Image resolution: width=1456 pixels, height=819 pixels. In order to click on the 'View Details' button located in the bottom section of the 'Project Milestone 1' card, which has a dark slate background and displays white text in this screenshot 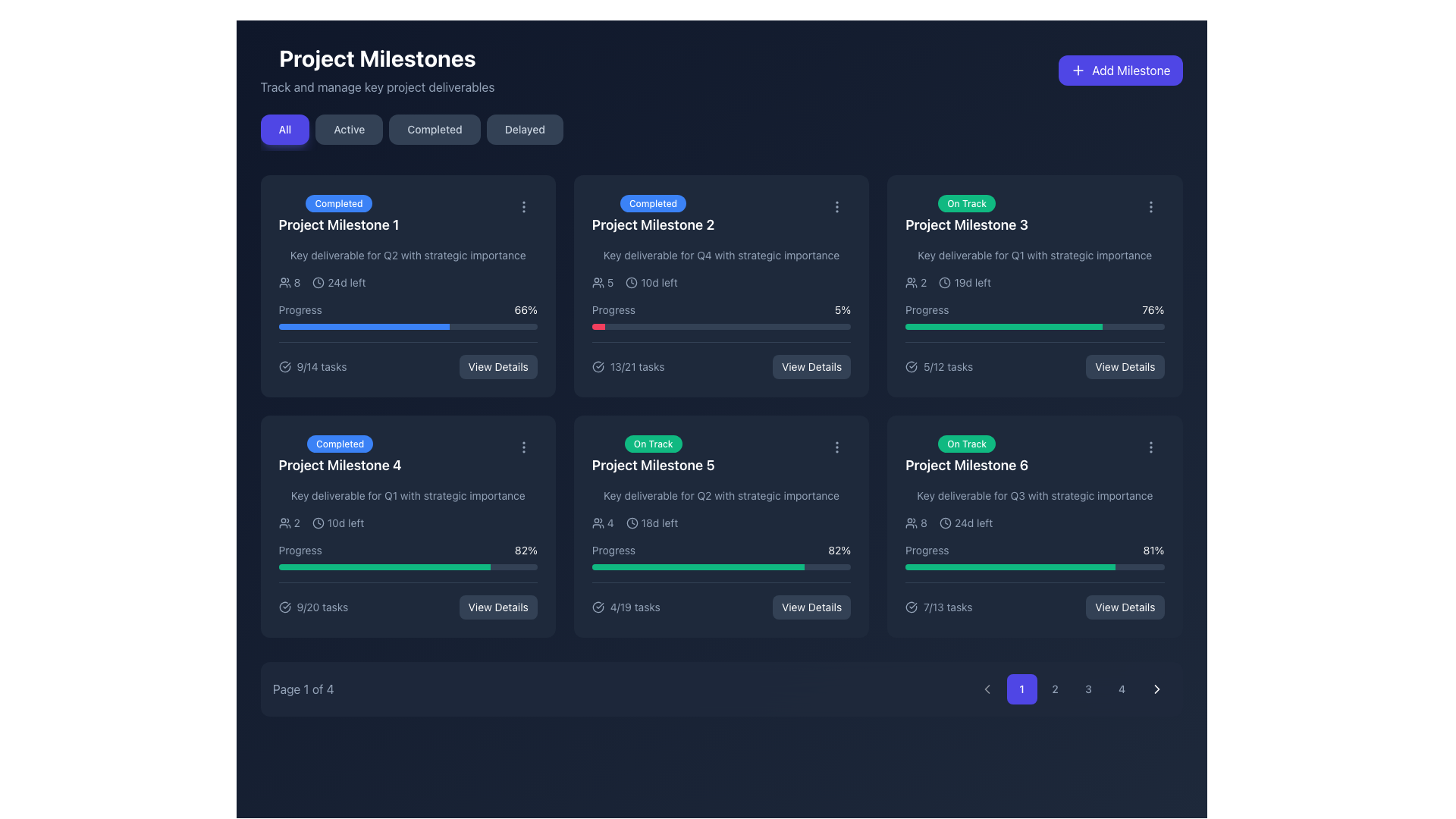, I will do `click(498, 366)`.